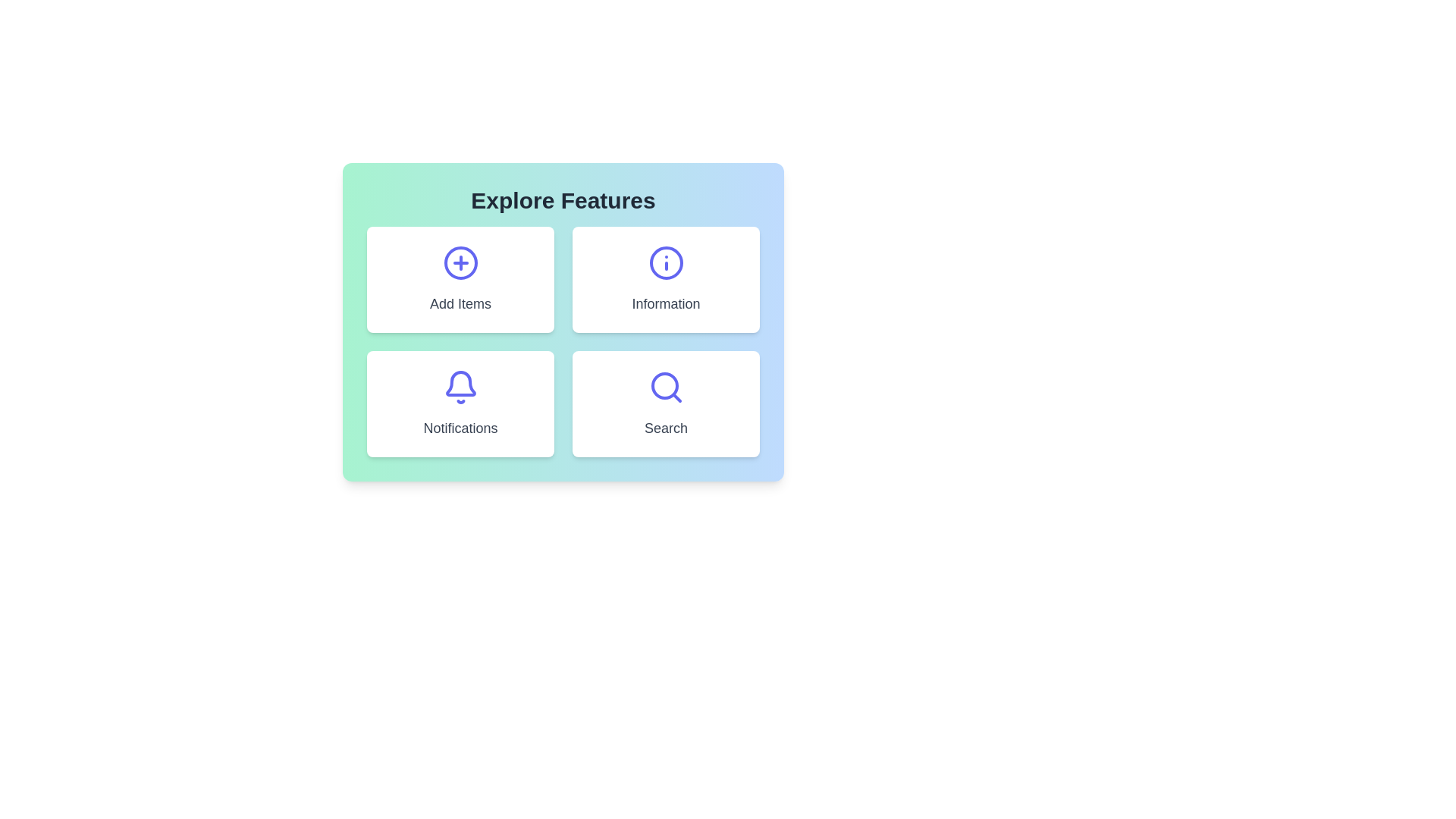  What do you see at coordinates (666, 386) in the screenshot?
I see `the magnifying glass icon at the top of the 'Search' card to initiate a search operation` at bounding box center [666, 386].